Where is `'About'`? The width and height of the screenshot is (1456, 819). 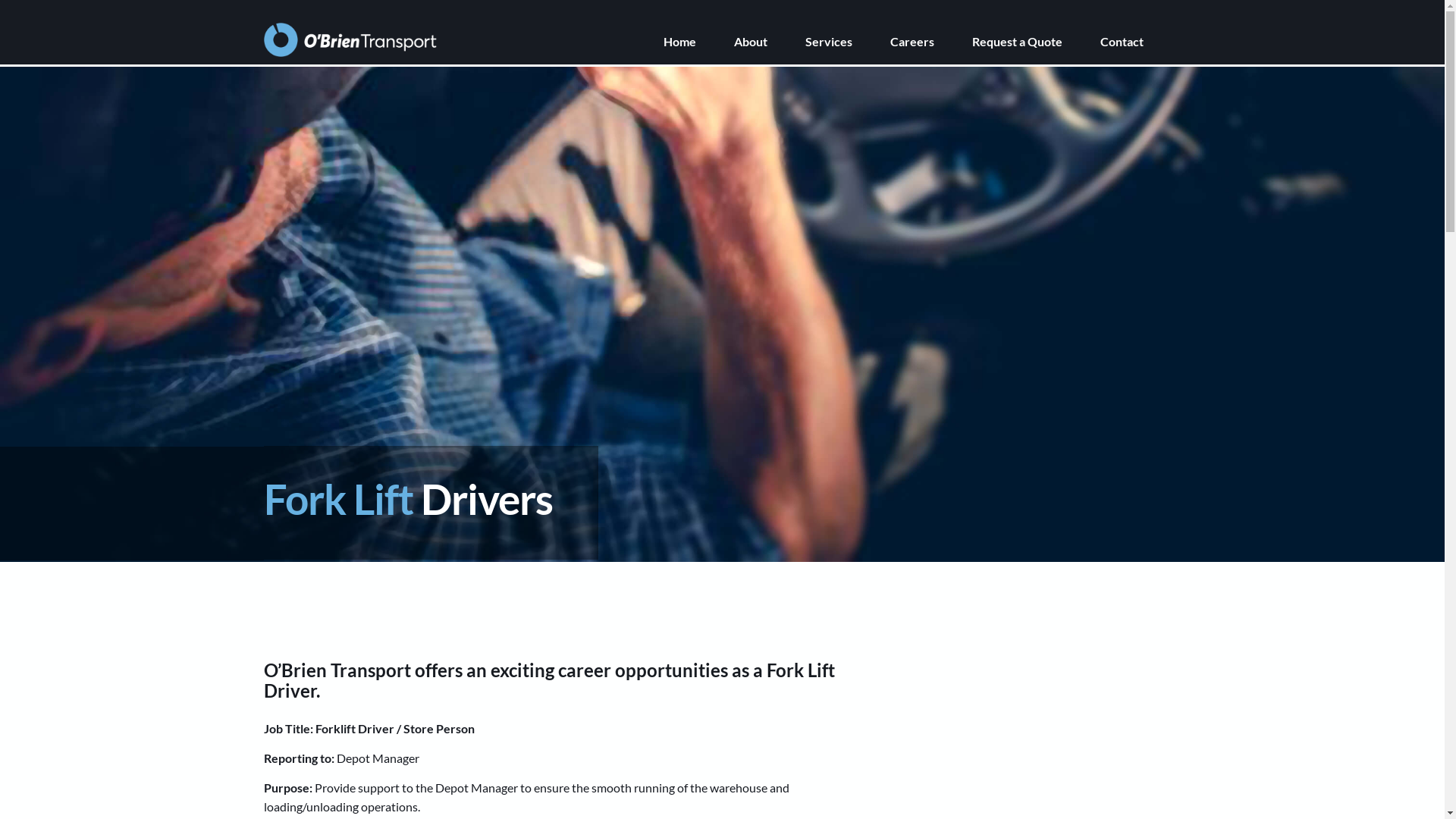 'About' is located at coordinates (769, 40).